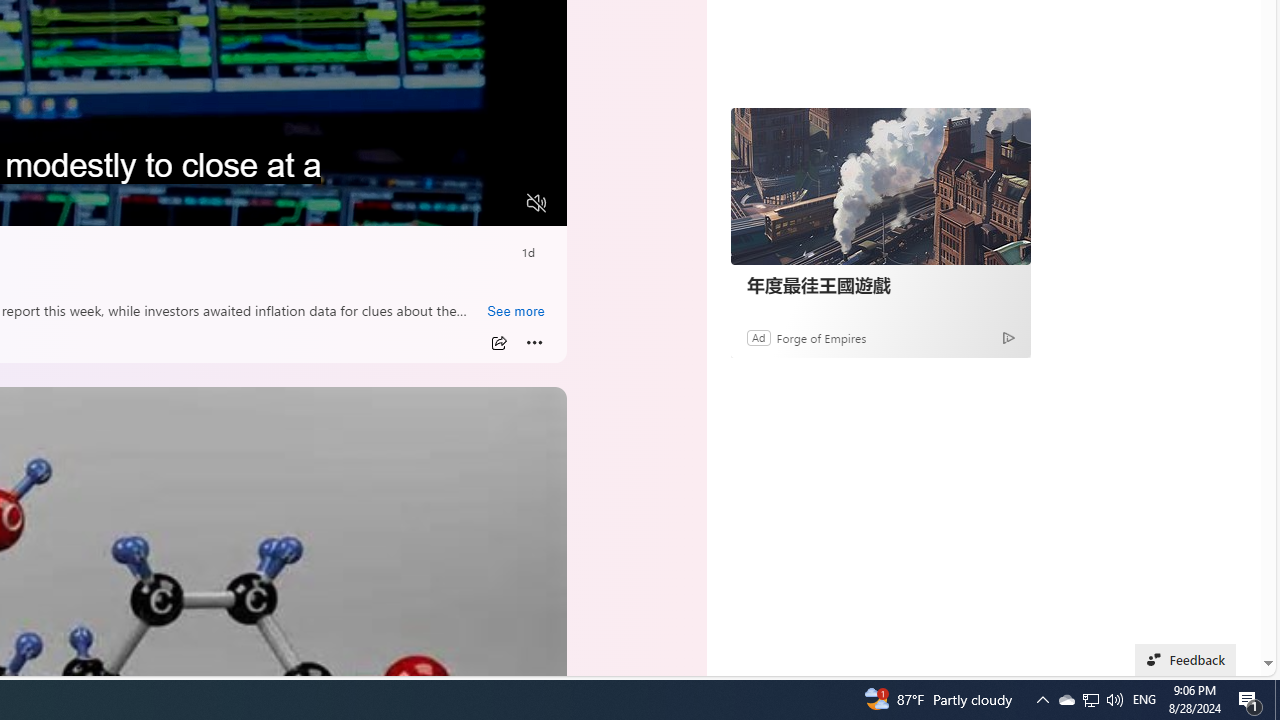 The height and width of the screenshot is (720, 1280). I want to click on 'Ad Choice', so click(1008, 336).